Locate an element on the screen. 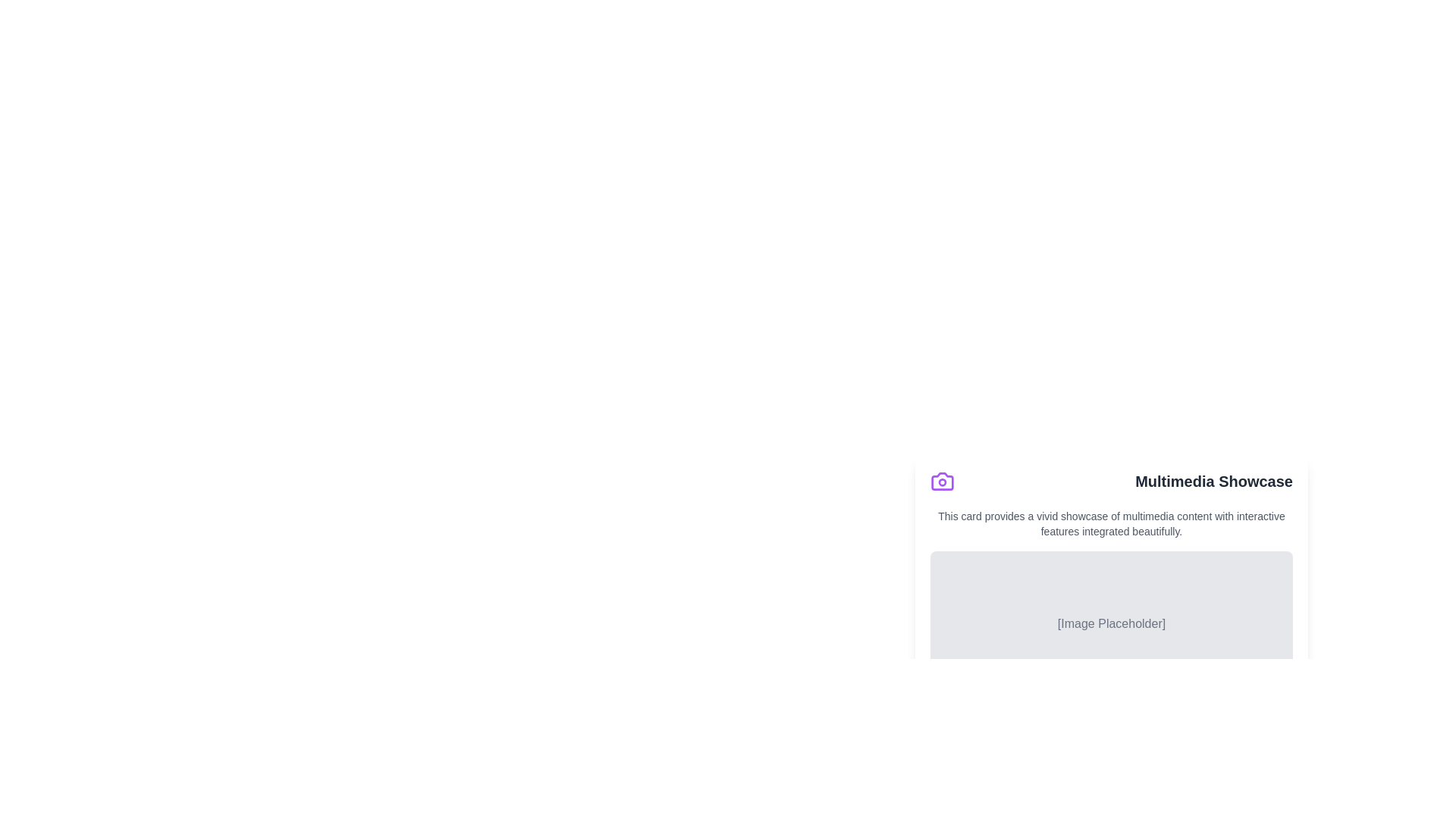 Image resolution: width=1456 pixels, height=819 pixels. the purple camera icon representing the outline of the camera's body, located in the top-left corner of the card above the title 'Multimedia Showcase' is located at coordinates (942, 482).